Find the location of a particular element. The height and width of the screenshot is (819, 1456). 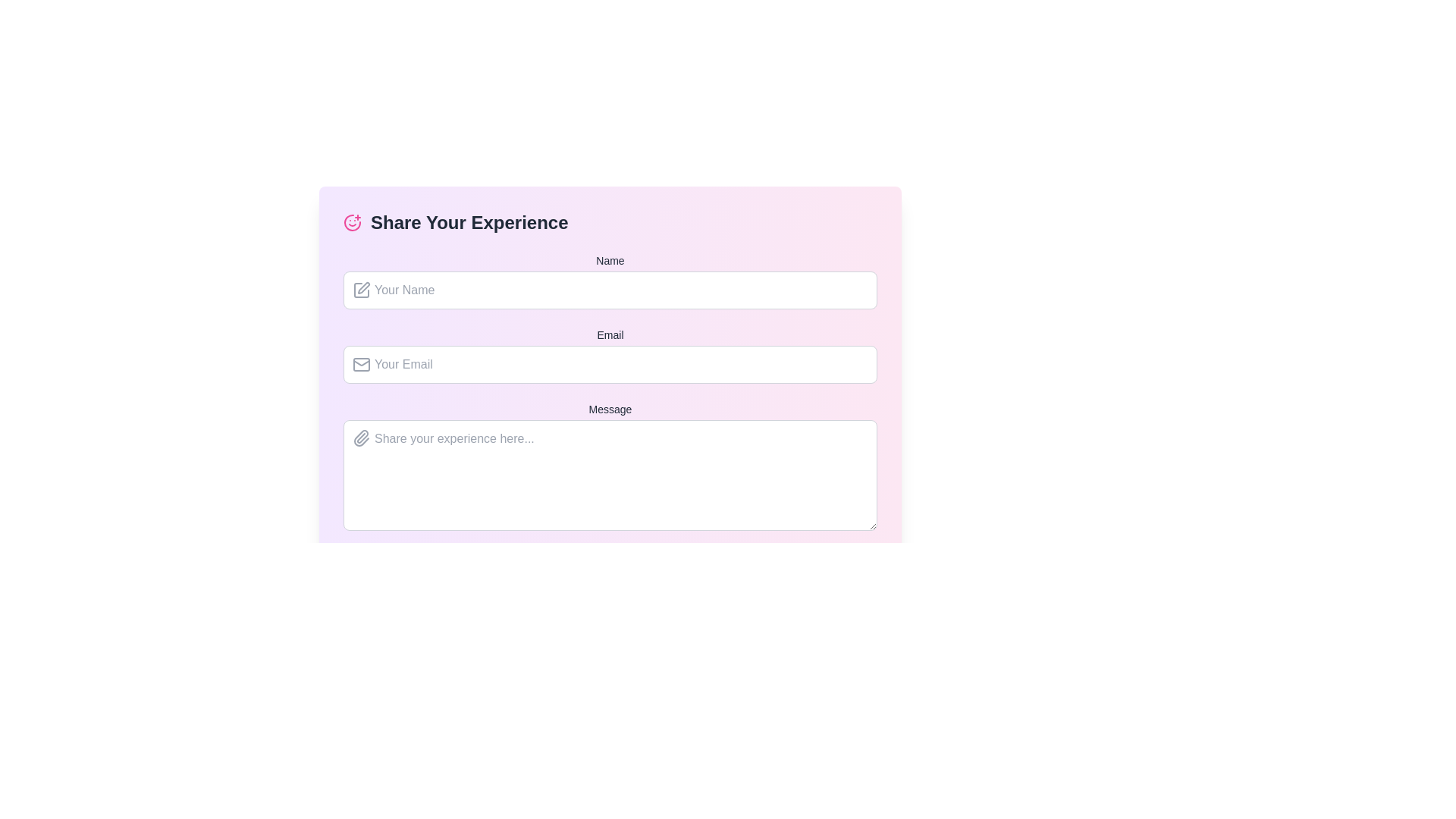

the paperclip icon located in the 'Message' input field, which is represented by a minimalistic gray icon adjacent to the text box is located at coordinates (360, 438).